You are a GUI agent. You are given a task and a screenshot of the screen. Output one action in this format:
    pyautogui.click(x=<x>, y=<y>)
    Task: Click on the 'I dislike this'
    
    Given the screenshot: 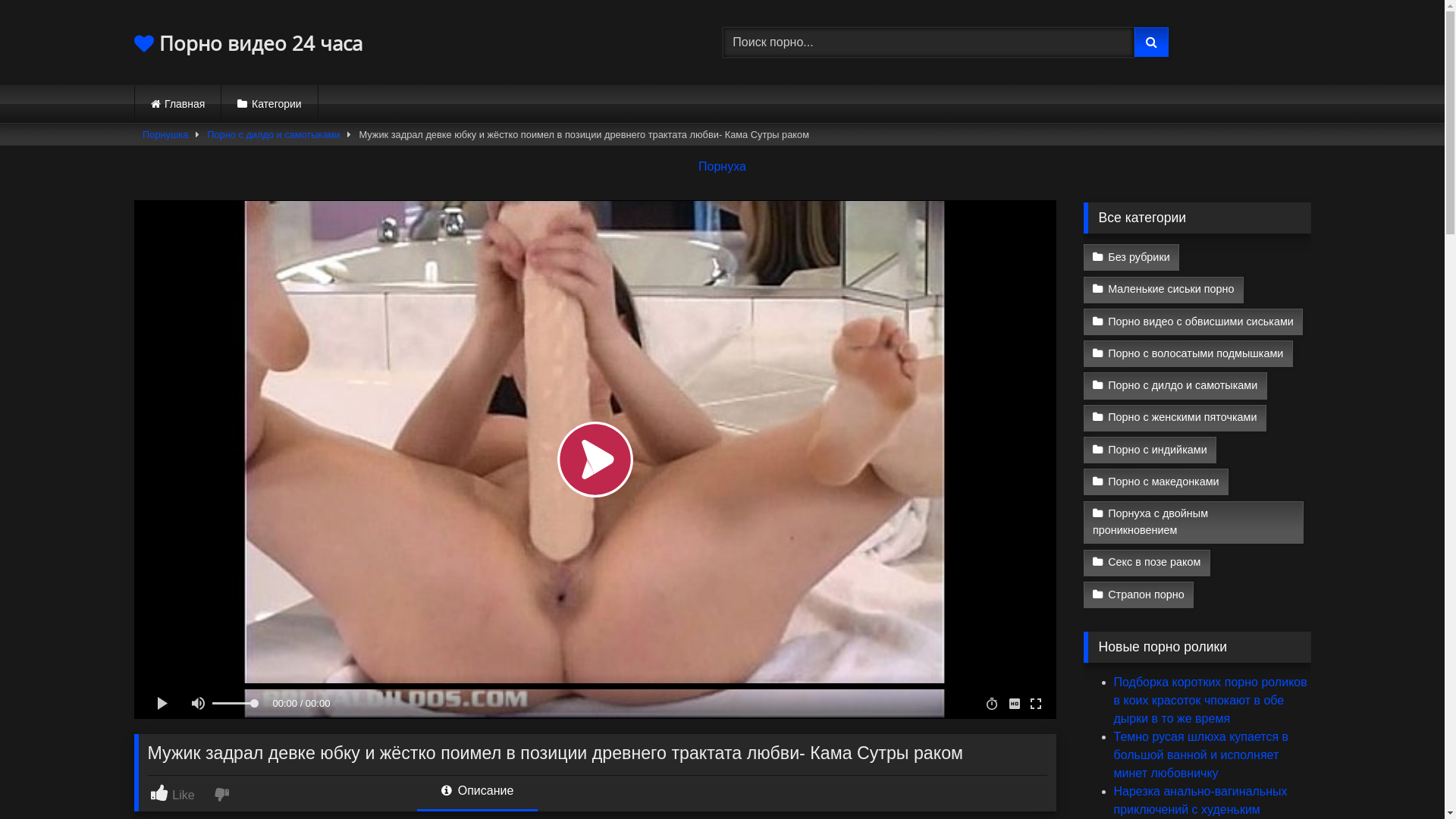 What is the action you would take?
    pyautogui.click(x=222, y=792)
    